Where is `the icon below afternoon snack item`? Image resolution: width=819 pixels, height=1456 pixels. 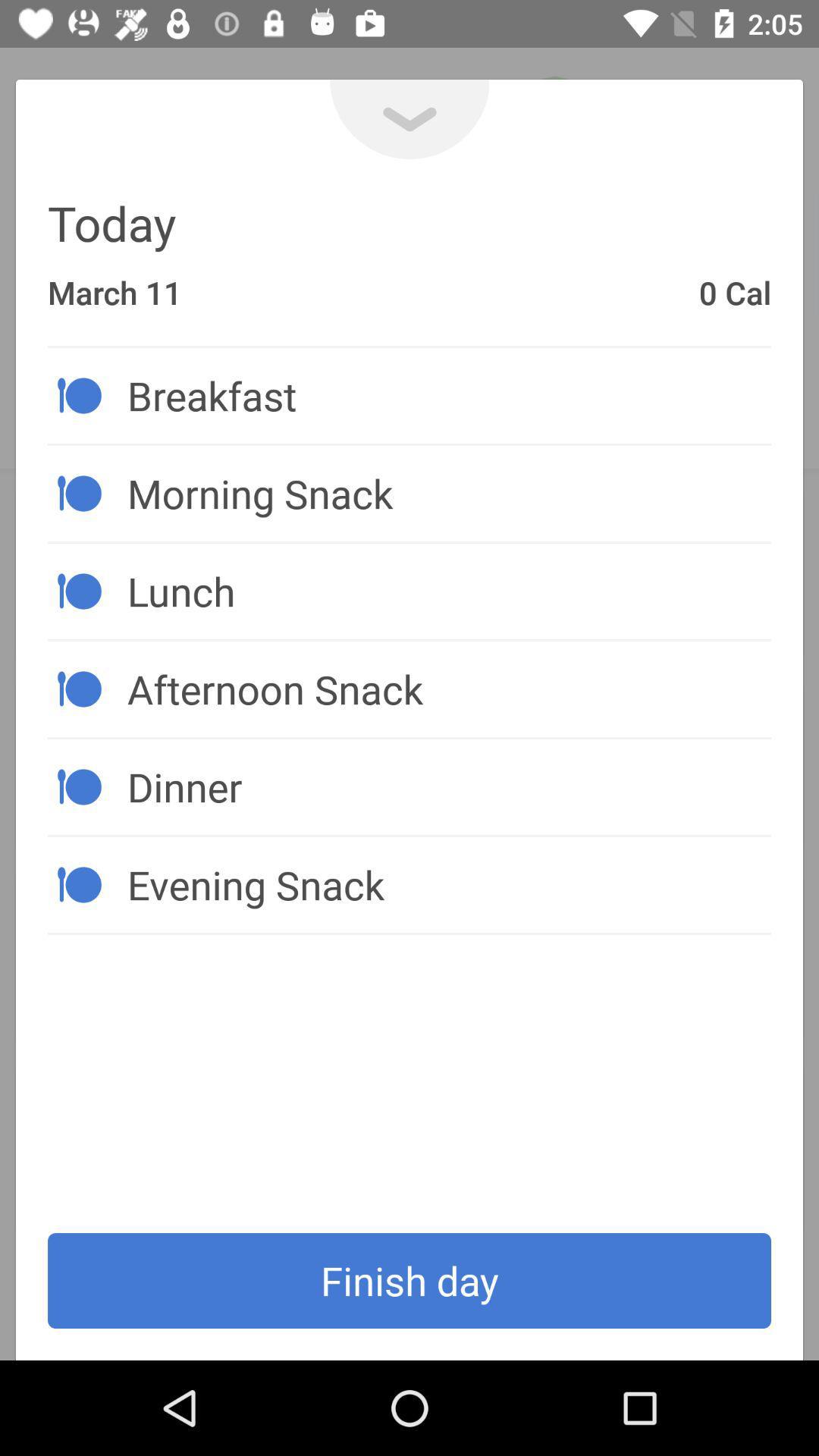 the icon below afternoon snack item is located at coordinates (448, 786).